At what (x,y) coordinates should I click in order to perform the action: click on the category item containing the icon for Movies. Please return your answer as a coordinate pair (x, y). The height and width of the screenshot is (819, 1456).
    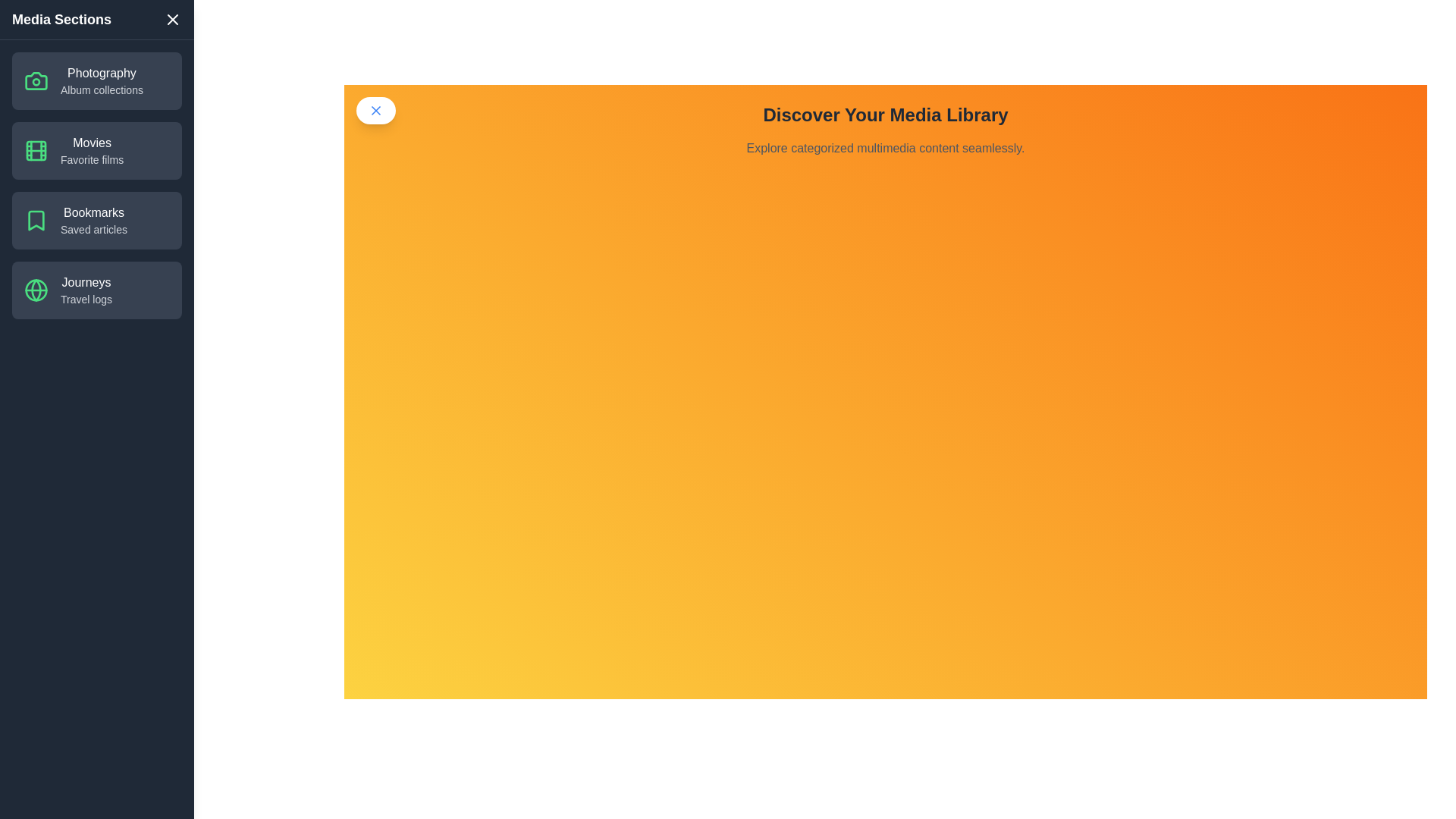
    Looking at the image, I should click on (36, 151).